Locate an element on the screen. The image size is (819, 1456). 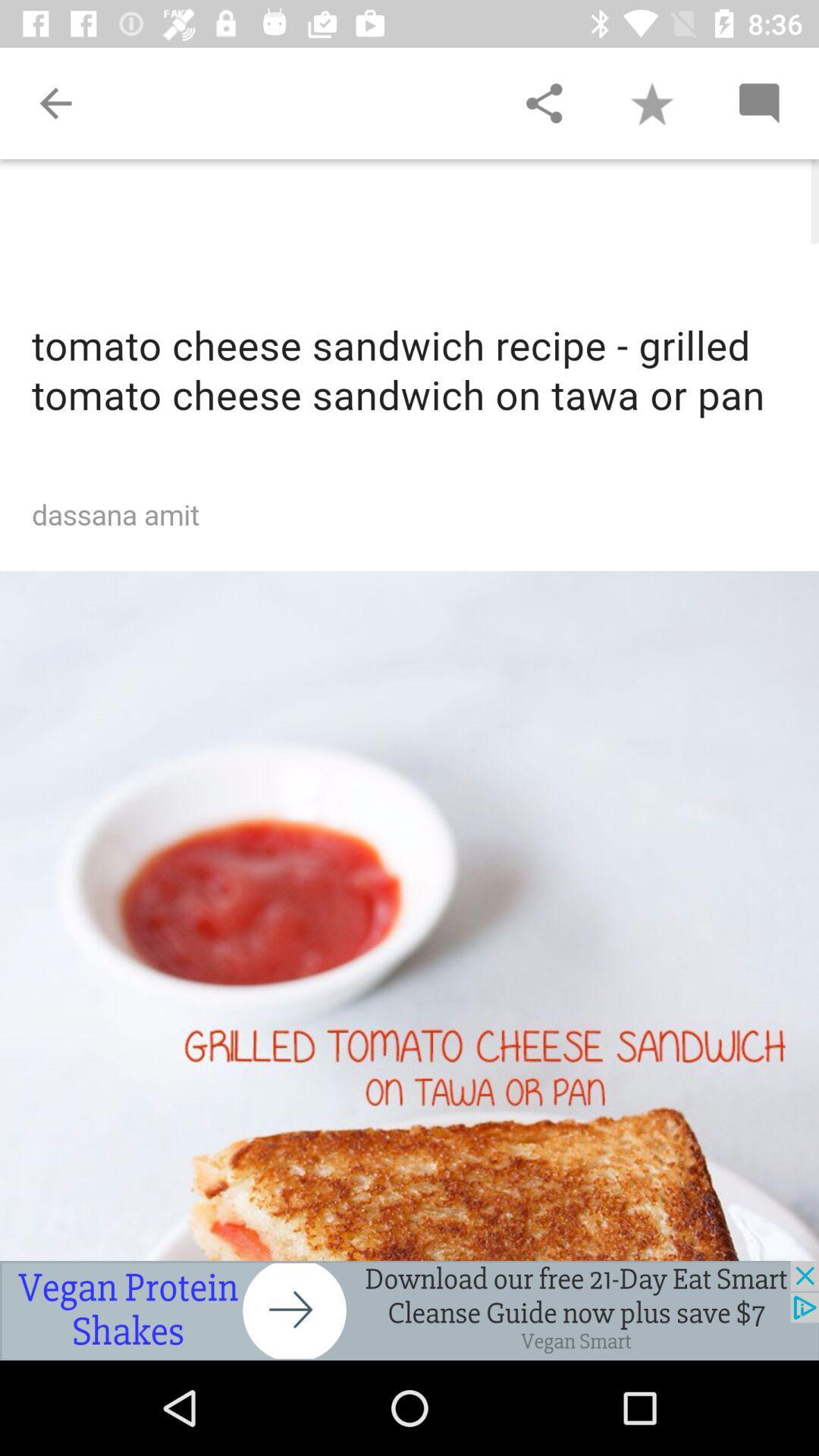
advertisement is located at coordinates (409, 1310).